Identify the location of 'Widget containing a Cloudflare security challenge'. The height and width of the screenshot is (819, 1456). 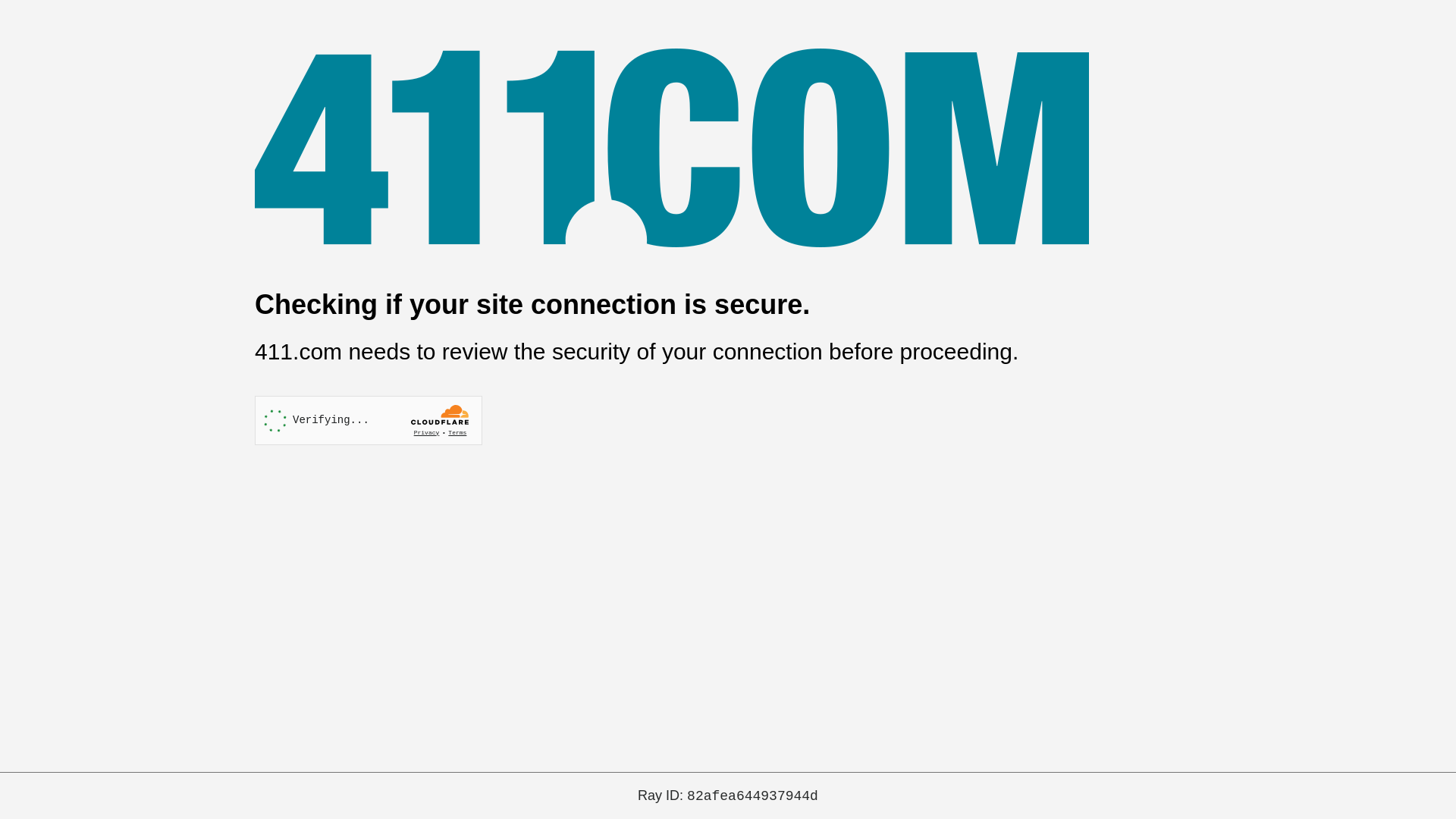
(368, 420).